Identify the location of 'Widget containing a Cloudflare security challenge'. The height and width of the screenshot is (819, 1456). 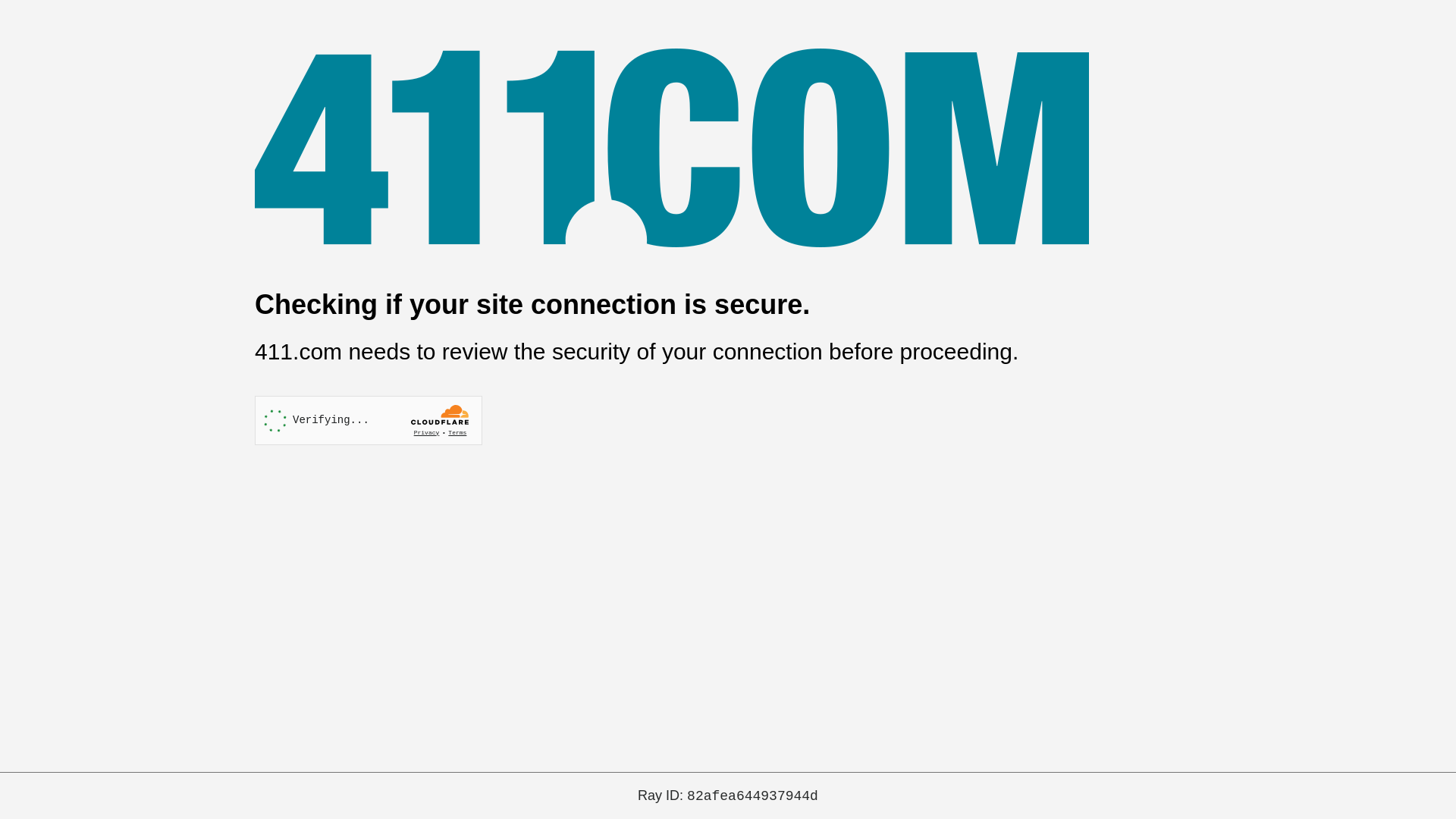
(368, 420).